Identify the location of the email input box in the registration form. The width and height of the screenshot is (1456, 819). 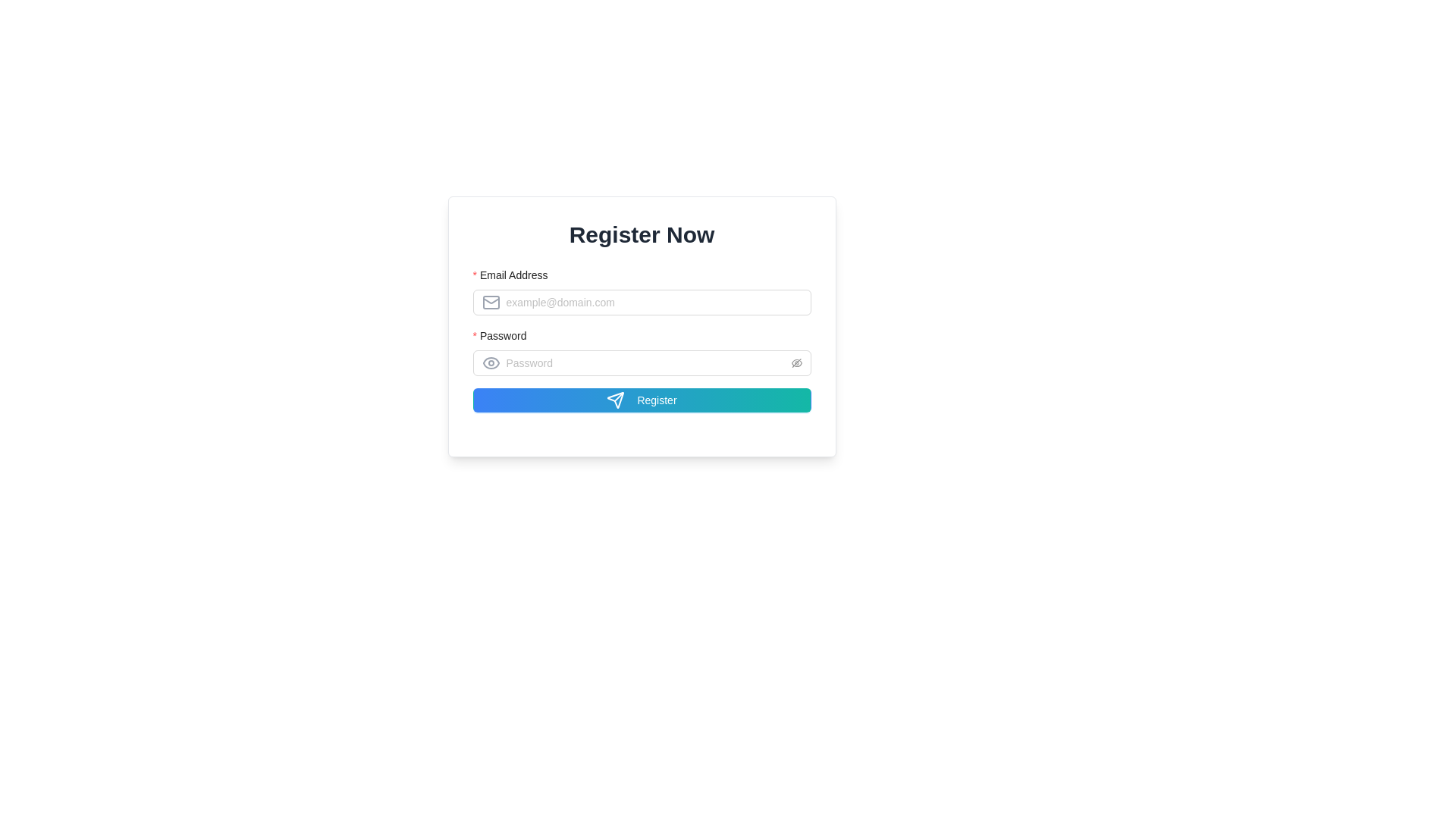
(642, 291).